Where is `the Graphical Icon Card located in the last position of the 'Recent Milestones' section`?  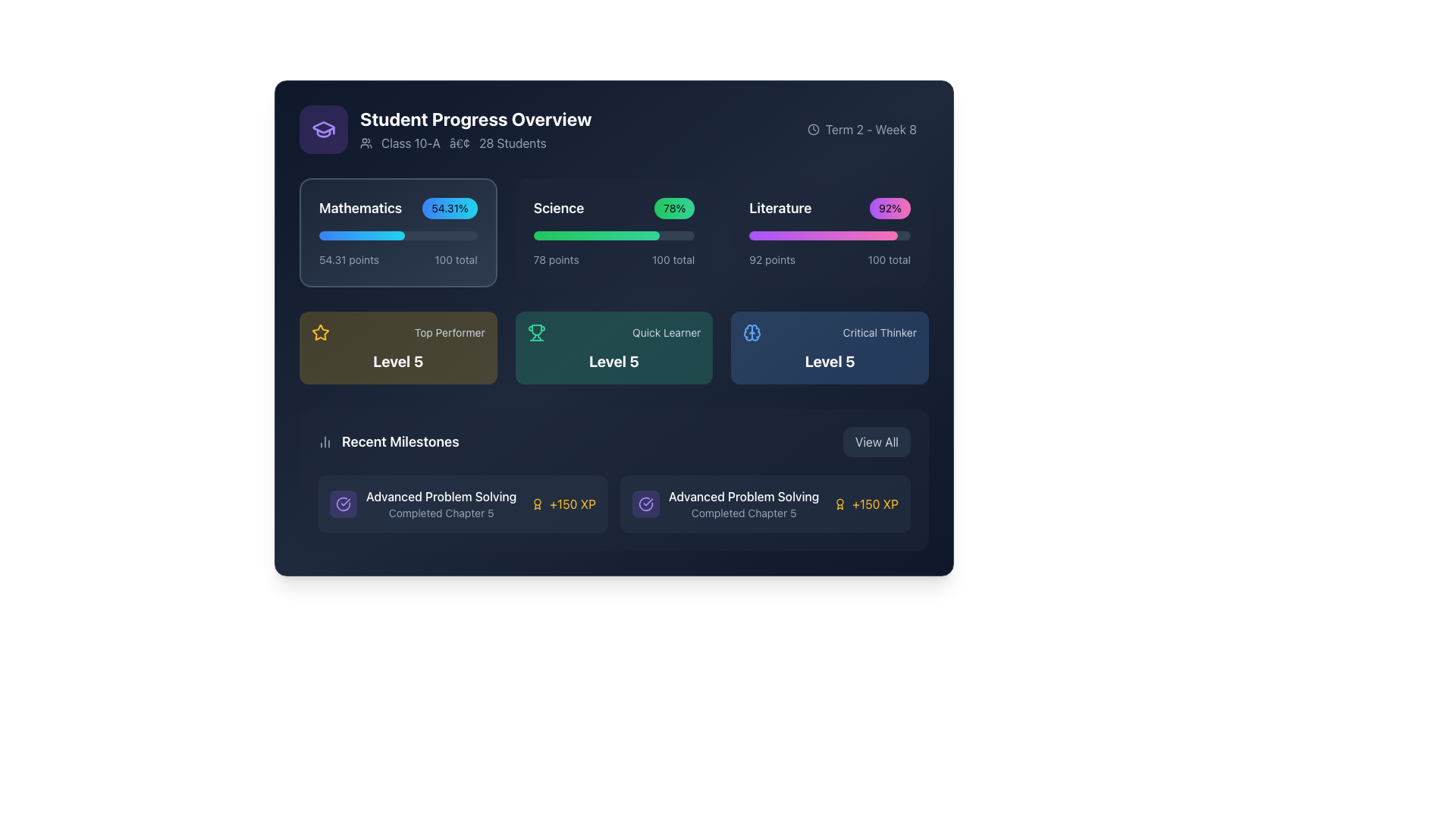 the Graphical Icon Card located in the last position of the 'Recent Milestones' section is located at coordinates (645, 504).